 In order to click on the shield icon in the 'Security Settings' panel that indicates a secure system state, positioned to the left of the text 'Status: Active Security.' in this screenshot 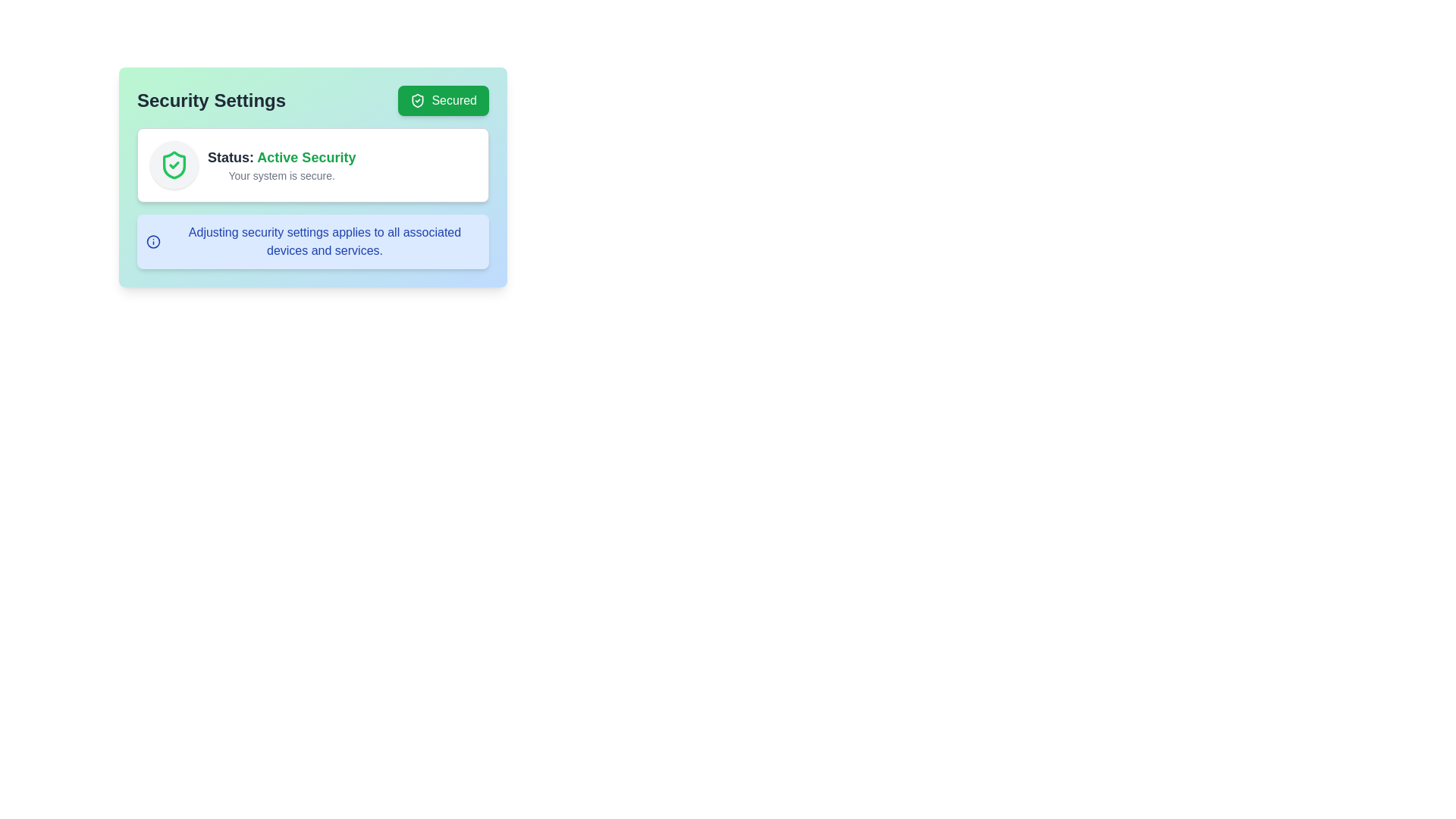, I will do `click(174, 165)`.